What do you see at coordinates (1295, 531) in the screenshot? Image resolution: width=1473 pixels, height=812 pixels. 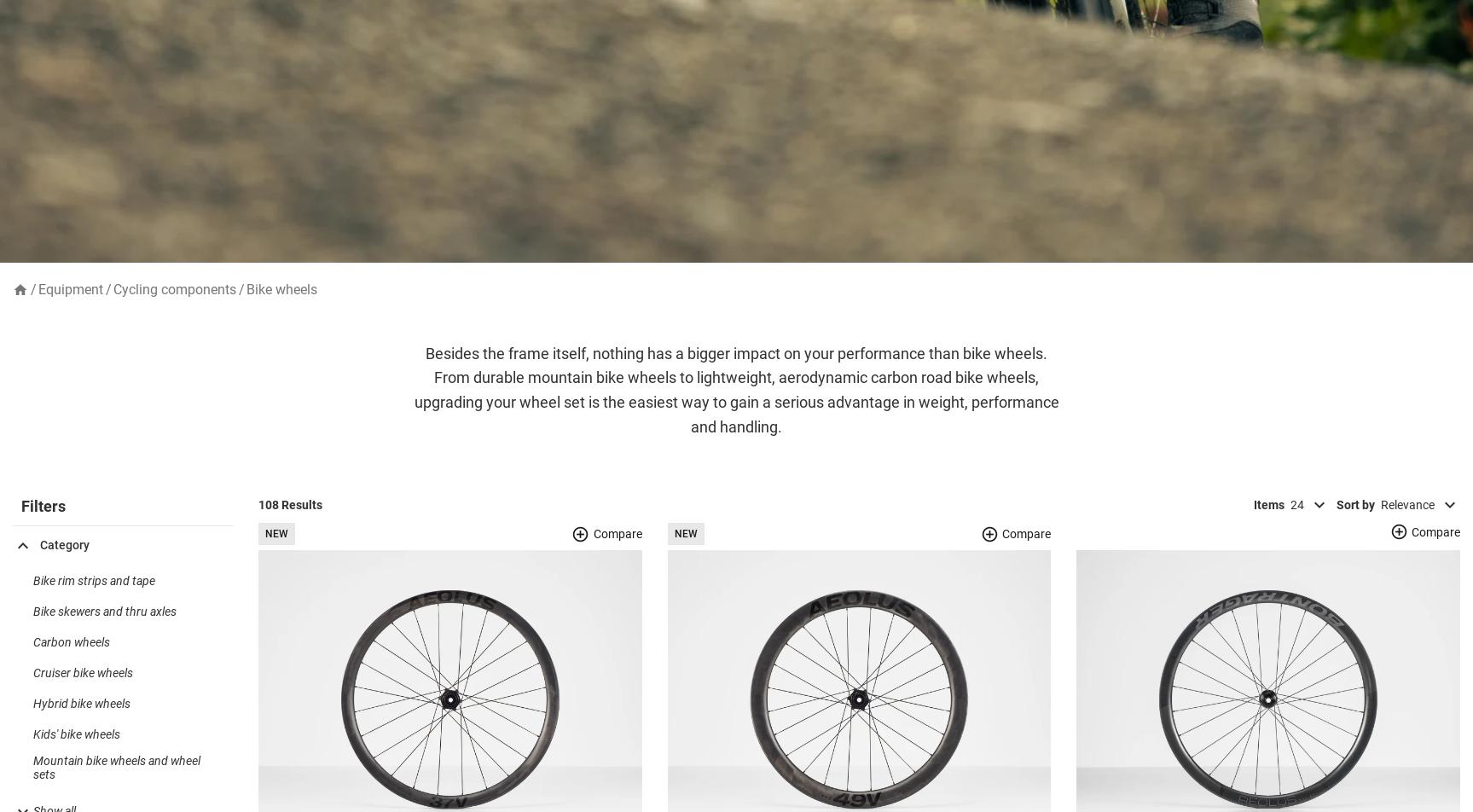 I see `'24'` at bounding box center [1295, 531].